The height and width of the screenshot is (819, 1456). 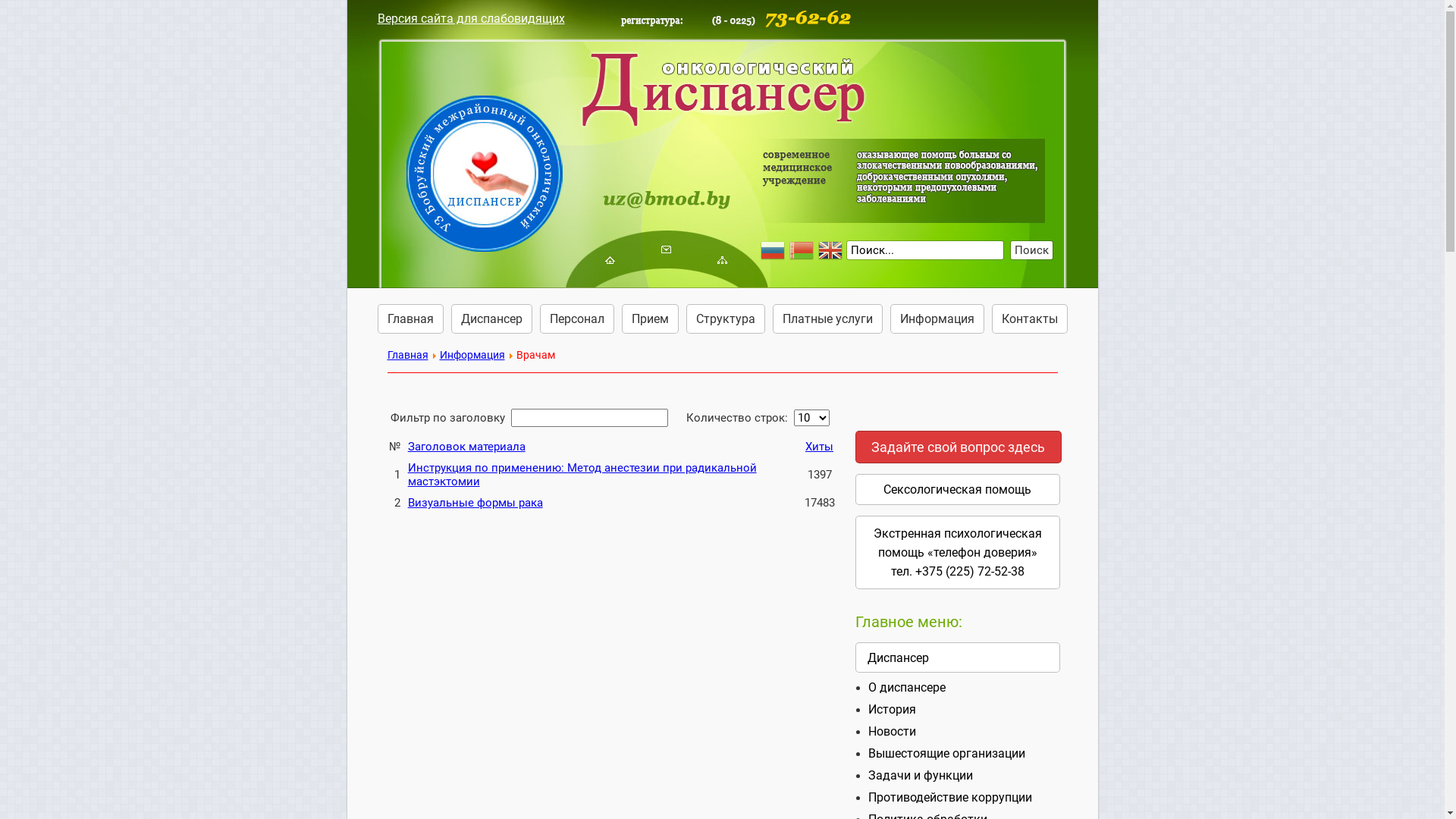 What do you see at coordinates (817, 249) in the screenshot?
I see `'English'` at bounding box center [817, 249].